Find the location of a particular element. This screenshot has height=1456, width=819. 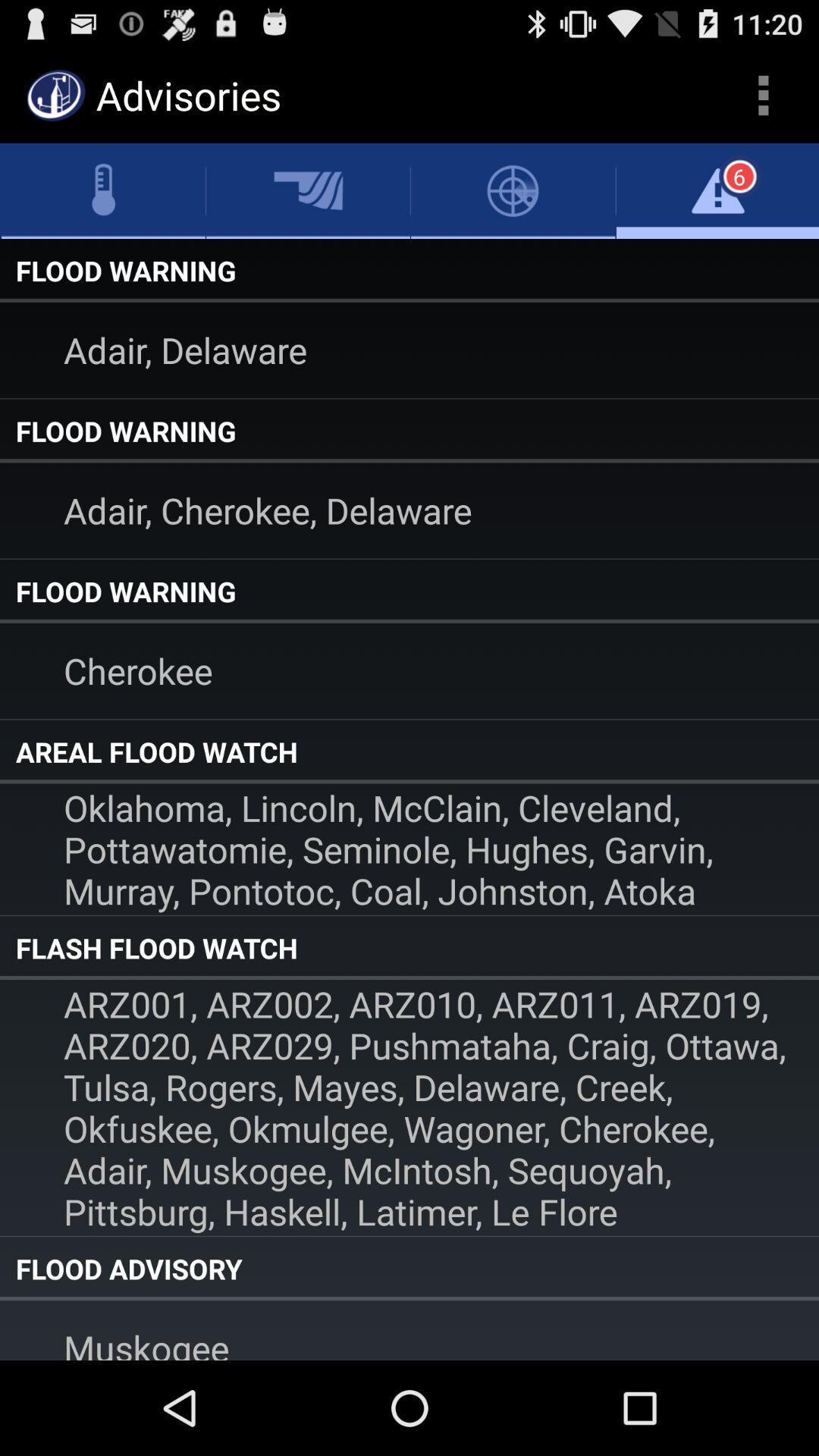

the icon below flash flood watch item is located at coordinates (409, 1107).